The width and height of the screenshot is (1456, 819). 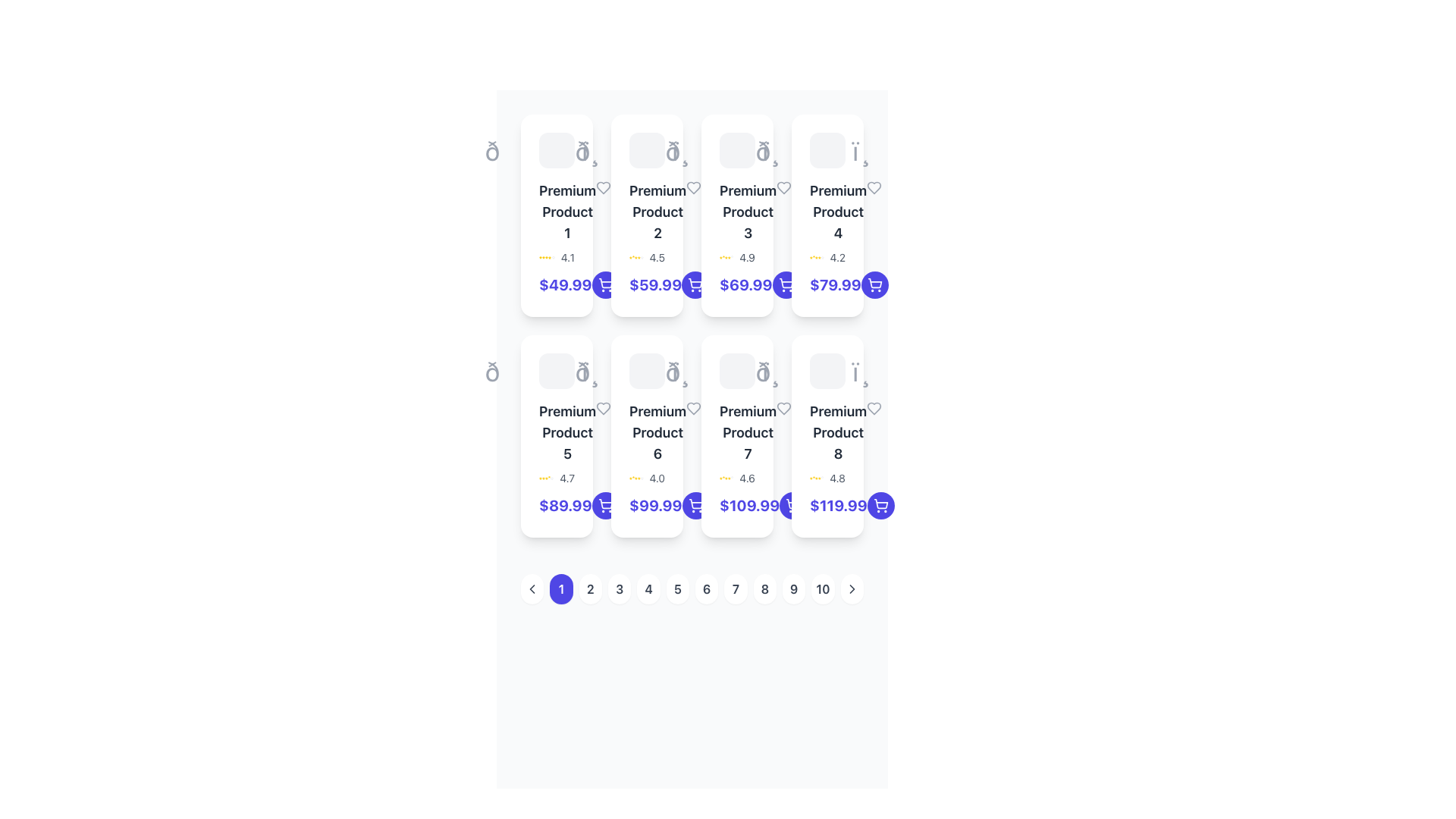 What do you see at coordinates (783, 408) in the screenshot?
I see `the icon button located at the top-right side of the product card labeled 'Premium Product 7'` at bounding box center [783, 408].